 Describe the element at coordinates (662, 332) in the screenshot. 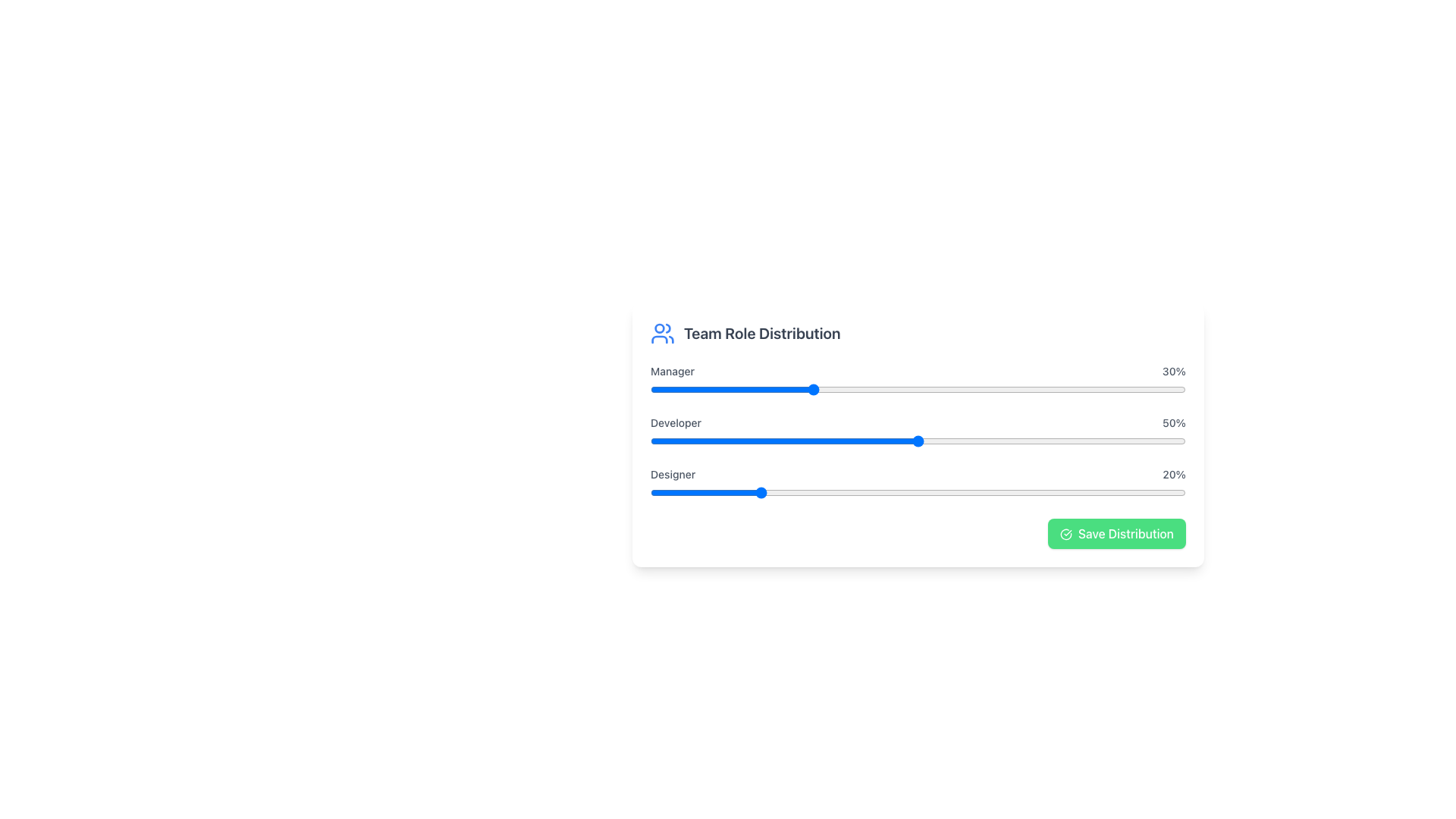

I see `the icon depicting a group of people, which is located to the left of the 'Team Role Distribution' text at the top left of the card` at that location.